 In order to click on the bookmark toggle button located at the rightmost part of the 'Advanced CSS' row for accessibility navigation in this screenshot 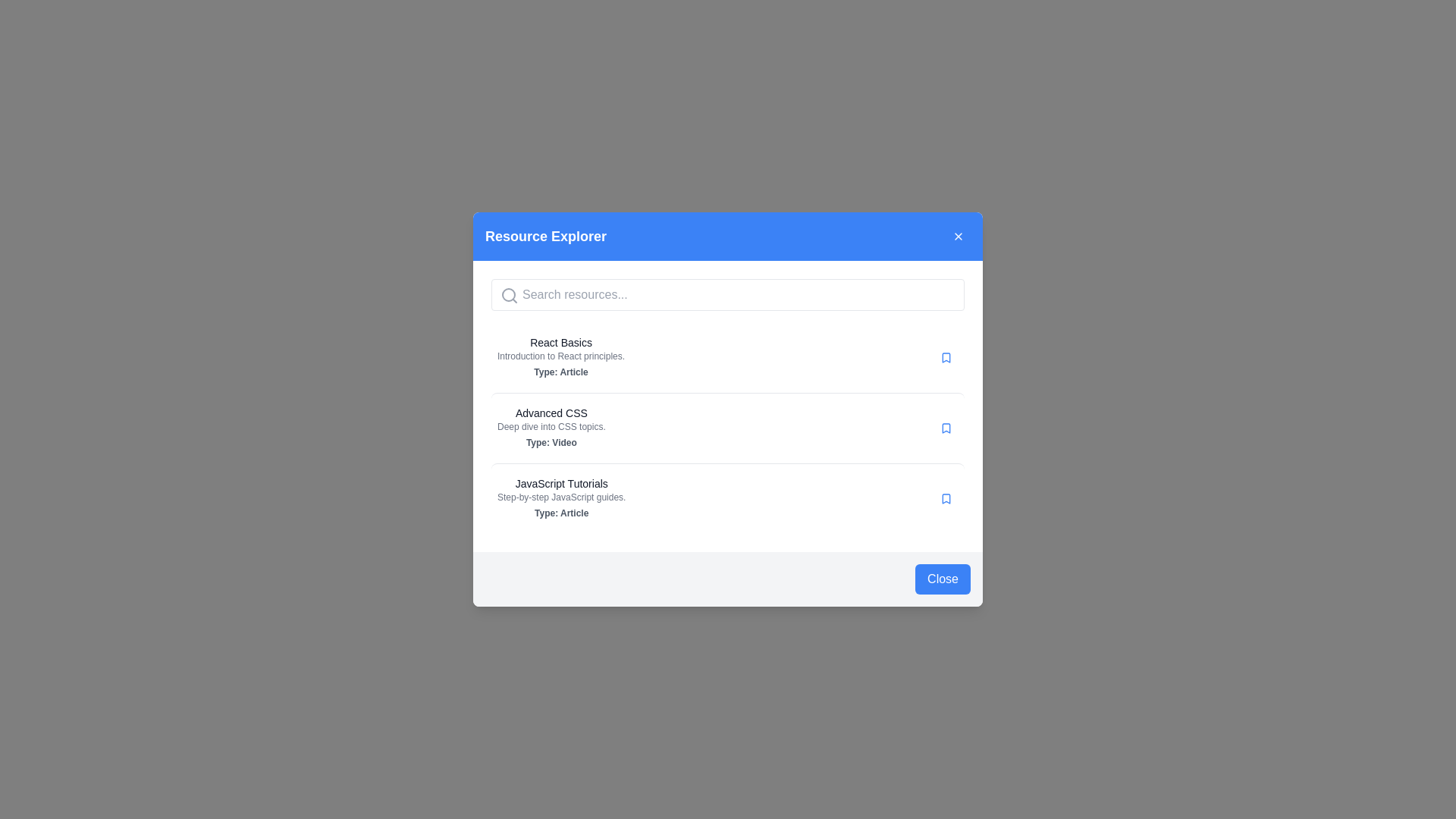, I will do `click(946, 428)`.